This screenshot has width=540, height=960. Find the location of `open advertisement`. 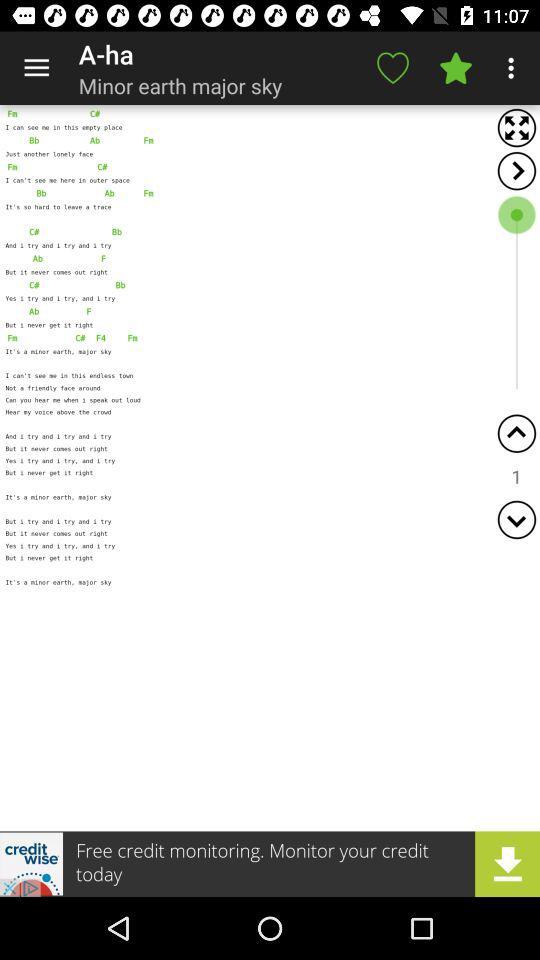

open advertisement is located at coordinates (270, 863).